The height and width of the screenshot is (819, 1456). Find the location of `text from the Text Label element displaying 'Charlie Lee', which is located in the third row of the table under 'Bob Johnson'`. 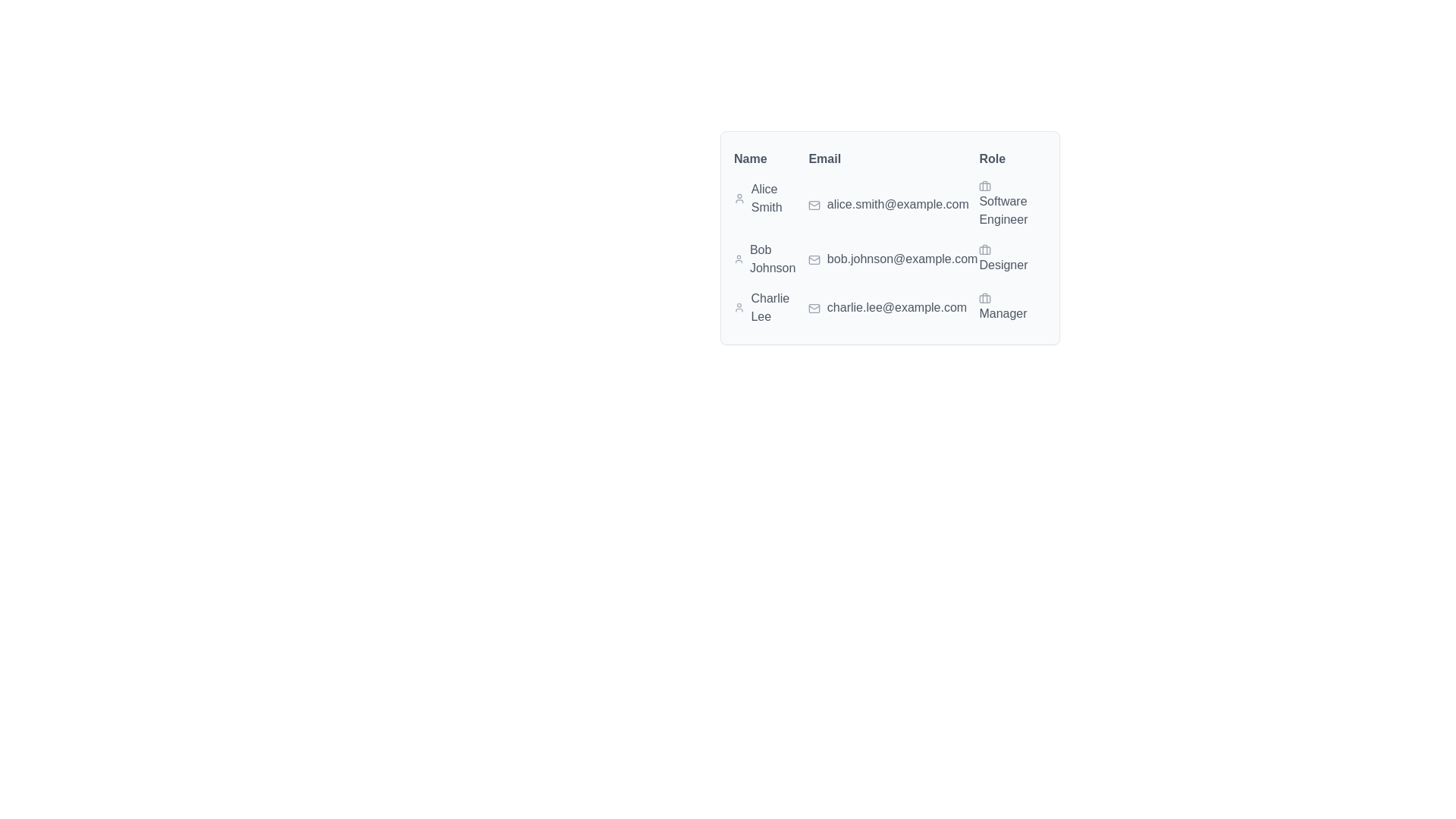

text from the Text Label element displaying 'Charlie Lee', which is located in the third row of the table under 'Bob Johnson' is located at coordinates (770, 307).